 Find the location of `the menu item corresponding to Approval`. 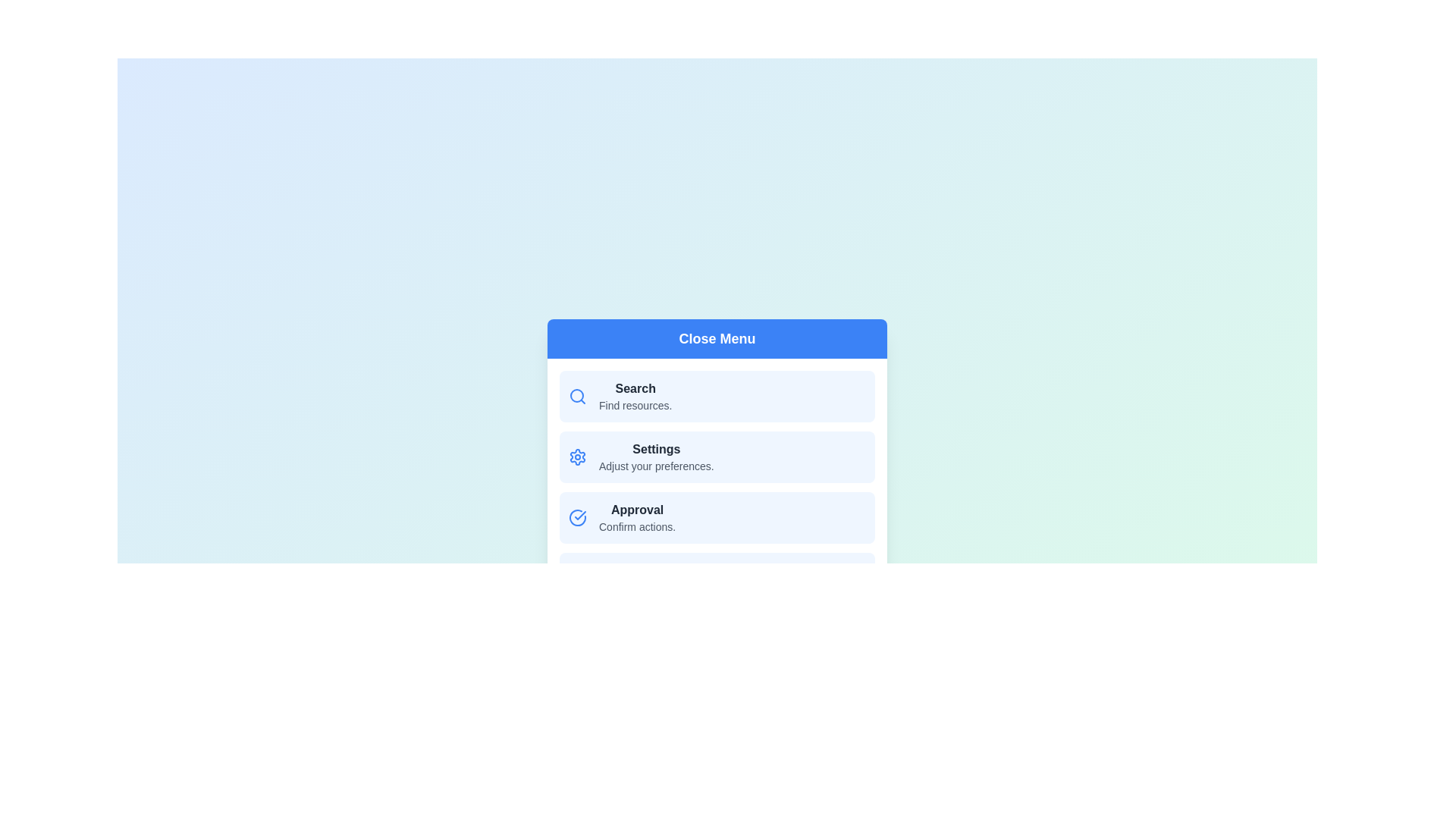

the menu item corresponding to Approval is located at coordinates (716, 516).